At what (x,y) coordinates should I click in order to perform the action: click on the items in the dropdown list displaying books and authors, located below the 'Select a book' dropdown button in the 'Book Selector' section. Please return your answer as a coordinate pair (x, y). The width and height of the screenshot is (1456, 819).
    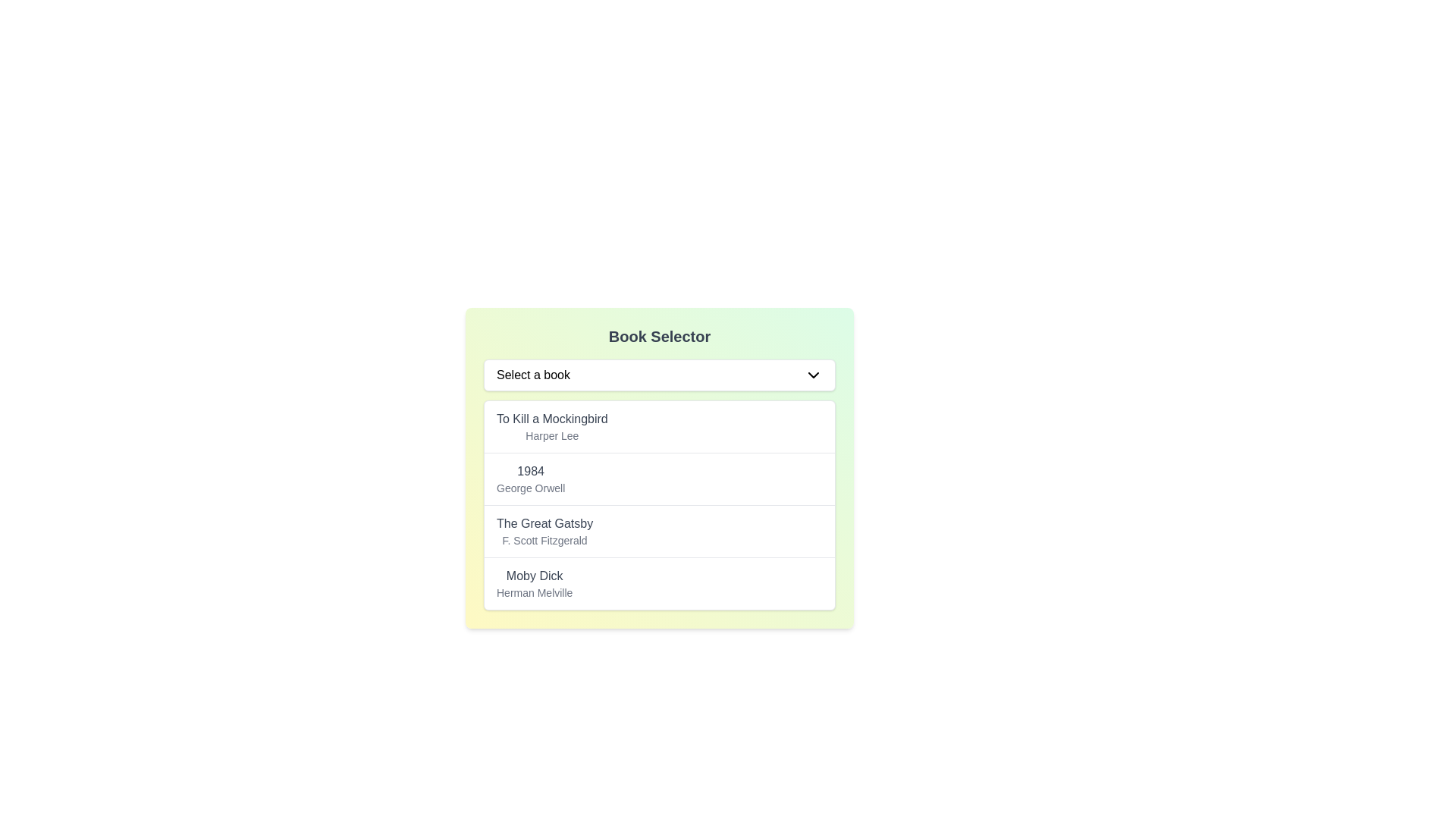
    Looking at the image, I should click on (659, 505).